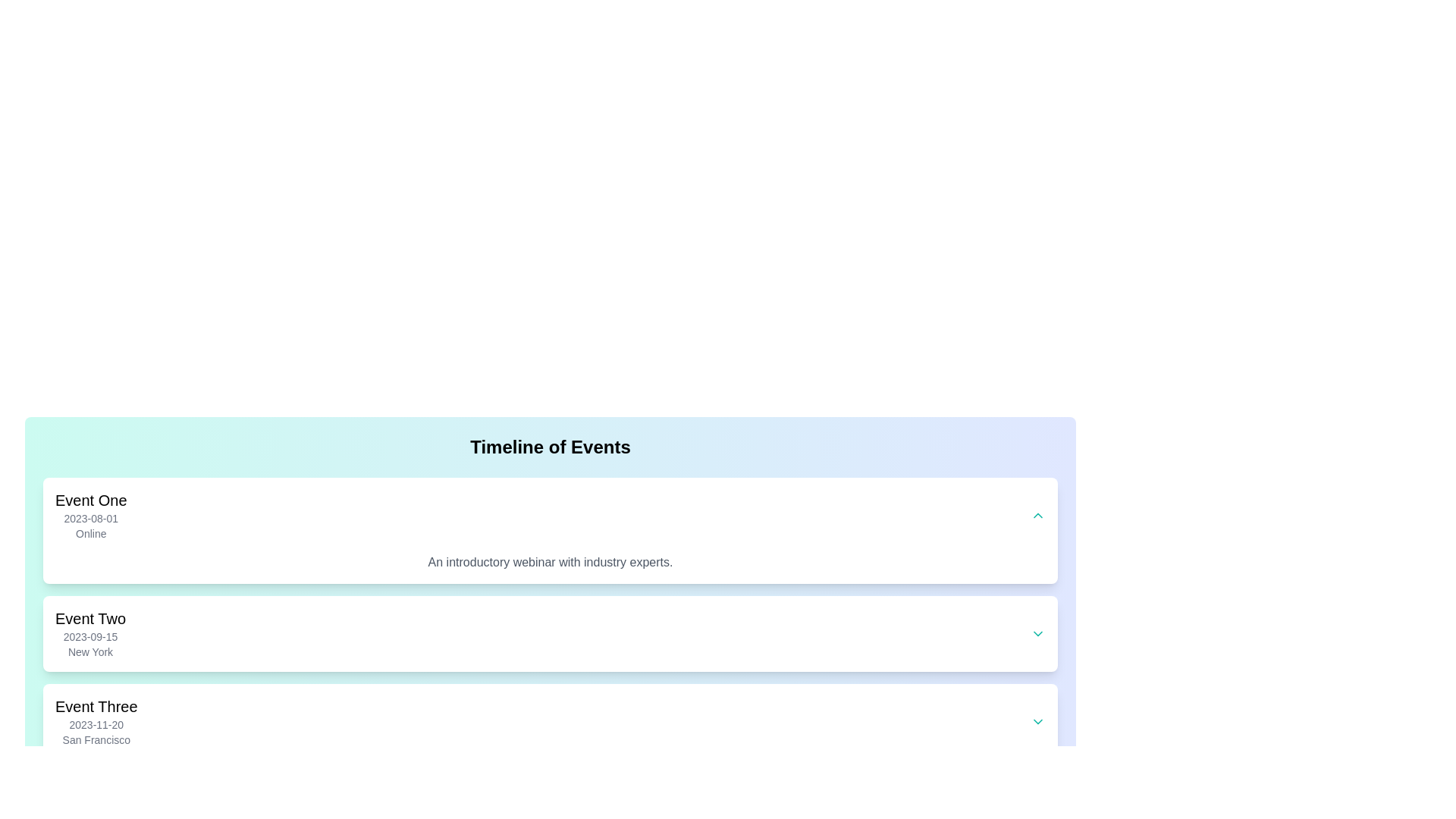 The width and height of the screenshot is (1456, 819). What do you see at coordinates (89, 637) in the screenshot?
I see `the static text label displaying the date associated with 'Event Two', which is positioned below the title 'Event Two' and above the location 'New York'` at bounding box center [89, 637].